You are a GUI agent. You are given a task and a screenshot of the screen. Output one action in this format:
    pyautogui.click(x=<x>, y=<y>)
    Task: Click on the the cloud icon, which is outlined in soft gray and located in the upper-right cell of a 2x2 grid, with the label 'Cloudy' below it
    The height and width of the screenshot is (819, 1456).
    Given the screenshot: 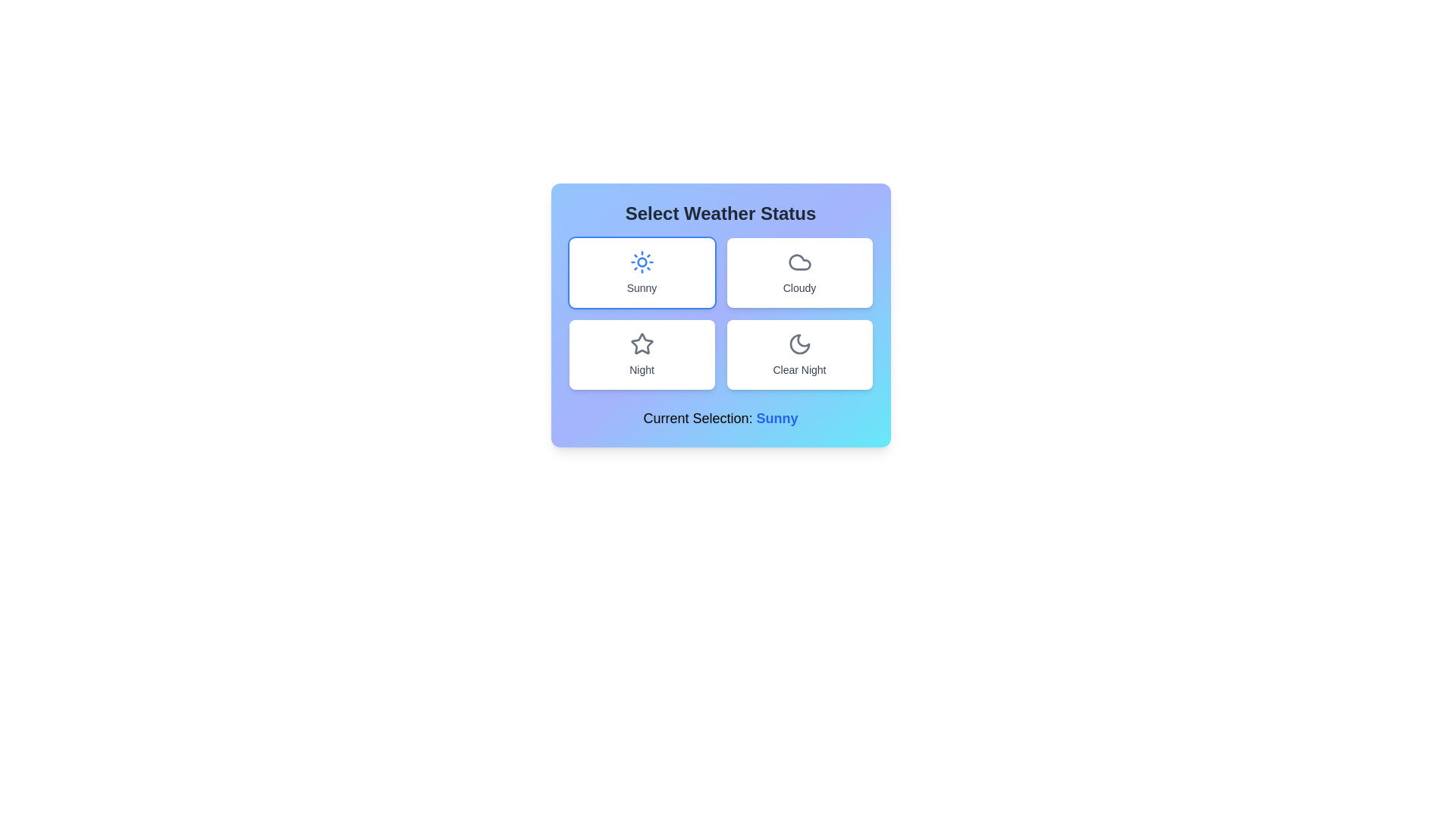 What is the action you would take?
    pyautogui.click(x=799, y=262)
    